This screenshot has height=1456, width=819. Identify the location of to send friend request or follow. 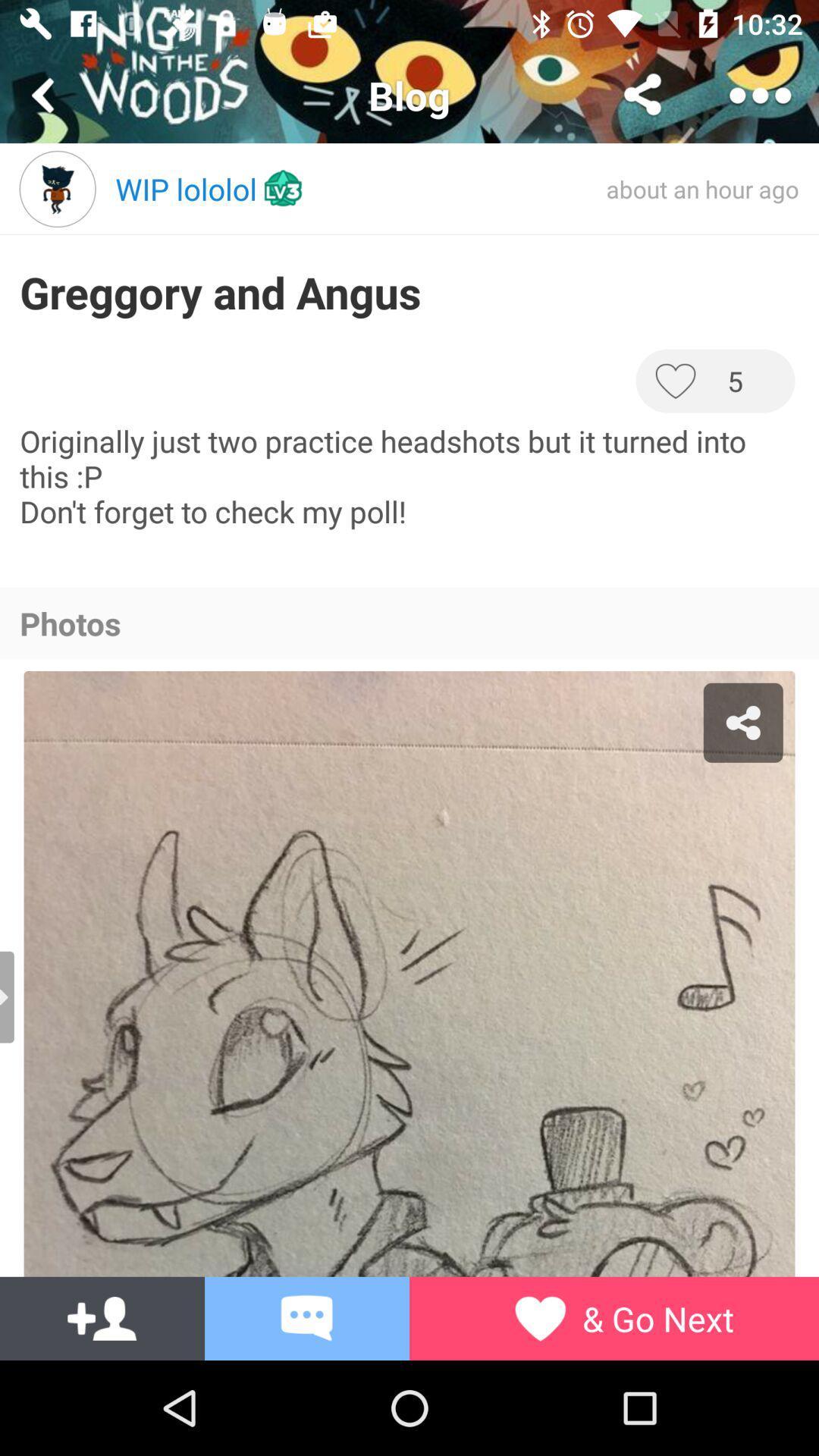
(102, 1317).